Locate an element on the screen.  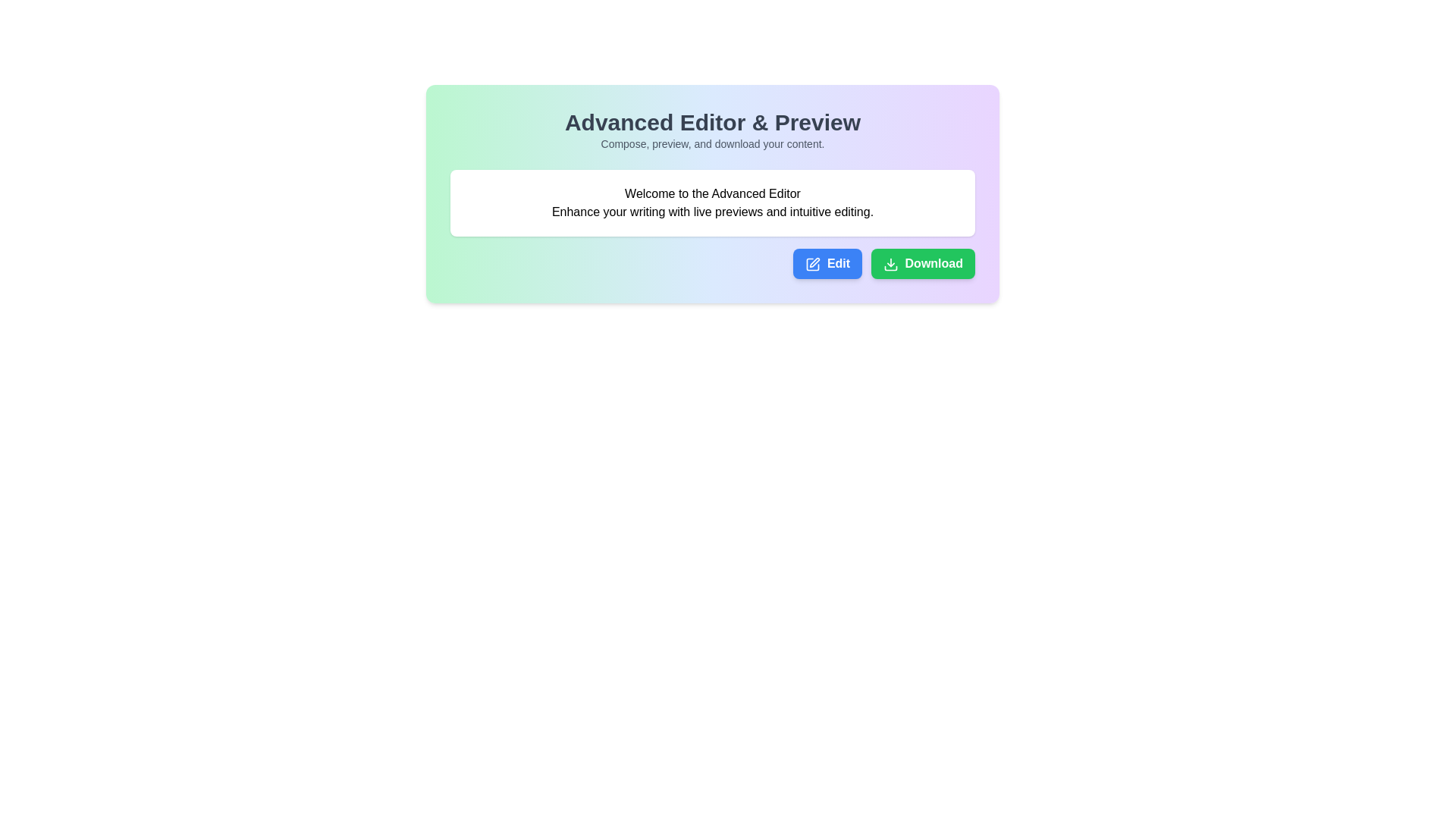
the heading text displaying 'Advanced Editor & Preview', which is styled with a large, bold font and is positioned at the top of a card-like interface is located at coordinates (712, 122).